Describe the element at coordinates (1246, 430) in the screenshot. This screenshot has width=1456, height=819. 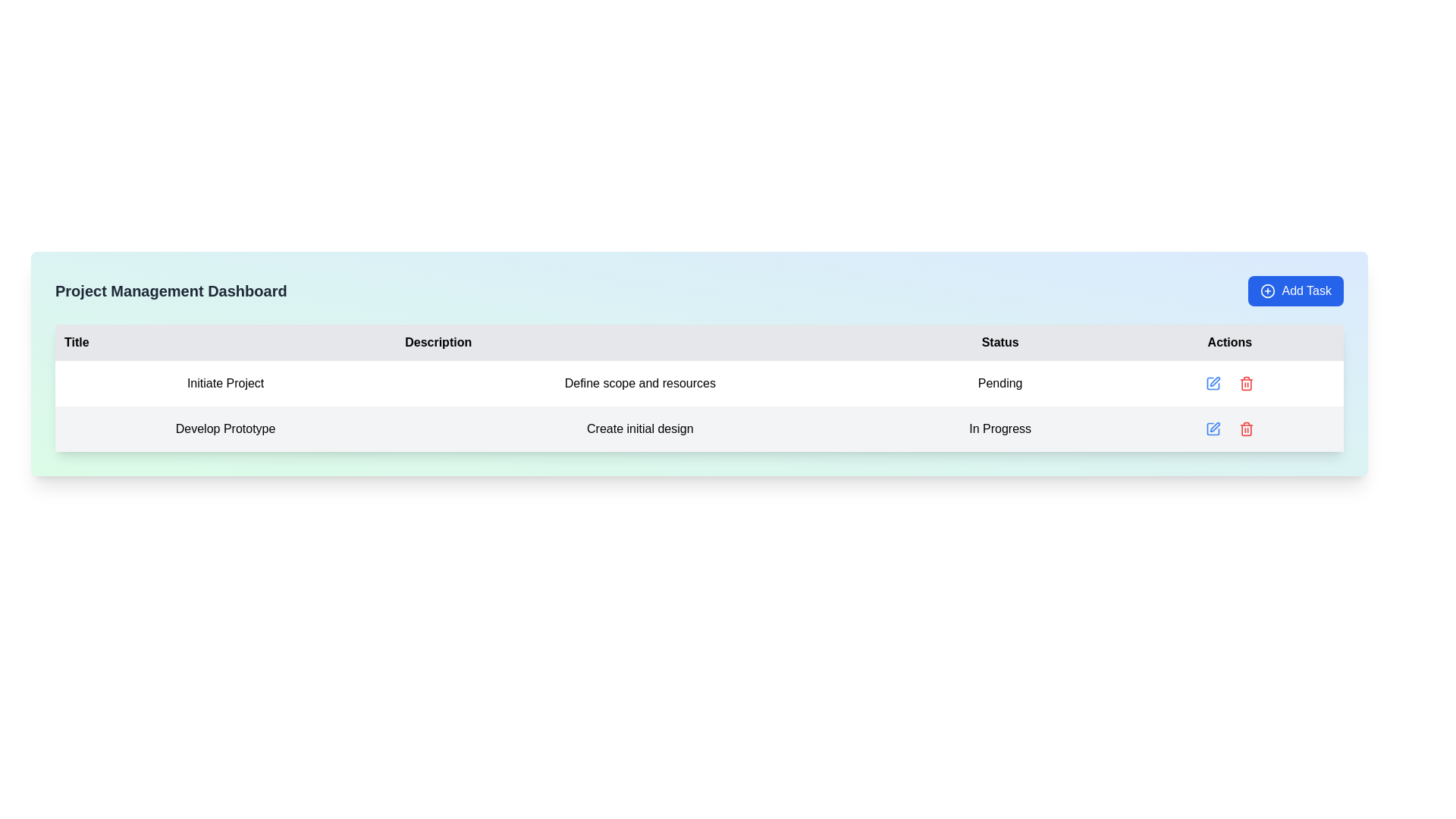
I see `the trash can icon button located in the 'Actions' column for the 'In Progress' task row to initiate task deletion` at that location.